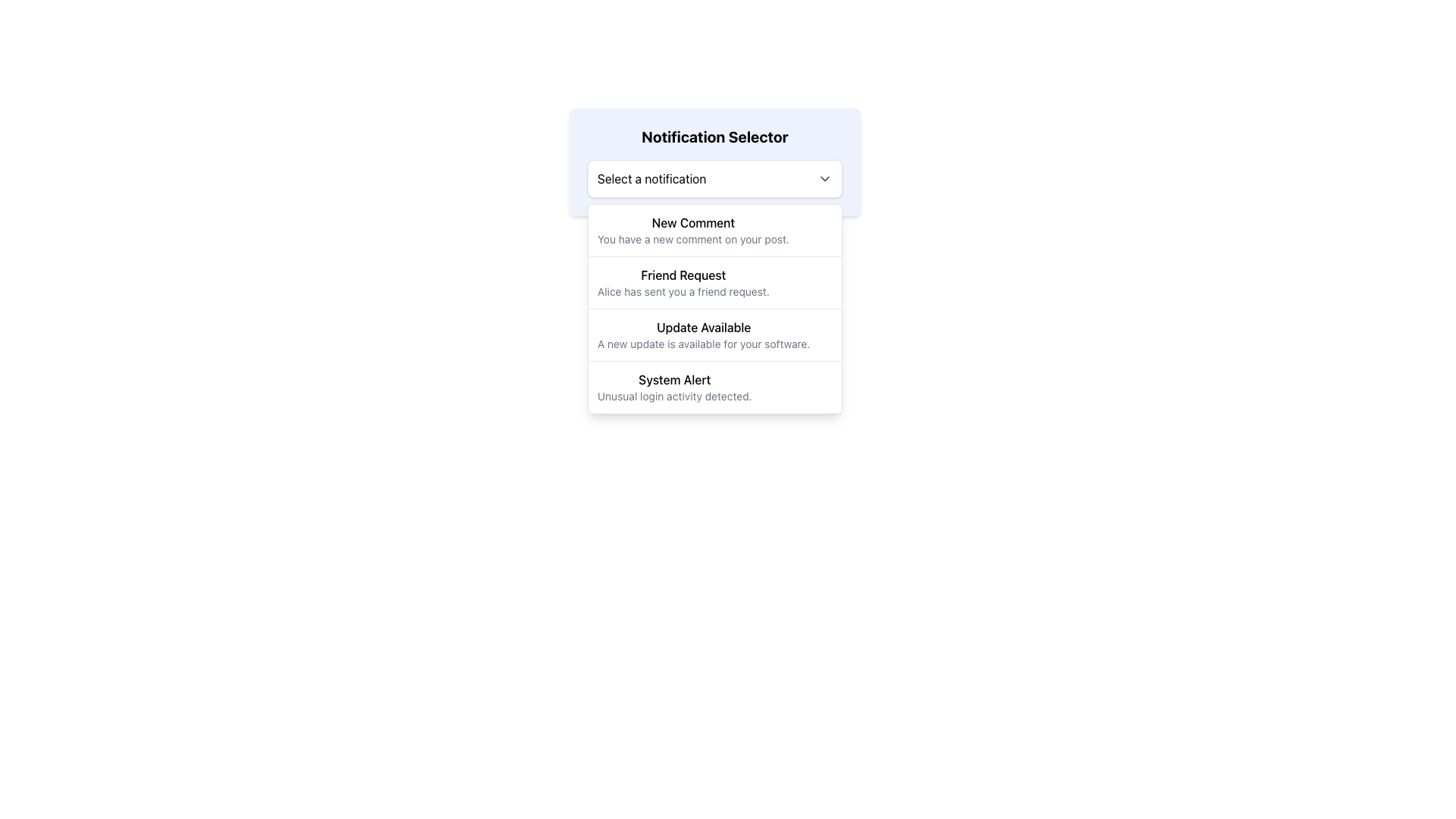  Describe the element at coordinates (824, 177) in the screenshot. I see `the downward-facing chevron icon located in the top-right corner of the 'Select a notification' dropdown input box to trigger potential hover effects` at that location.